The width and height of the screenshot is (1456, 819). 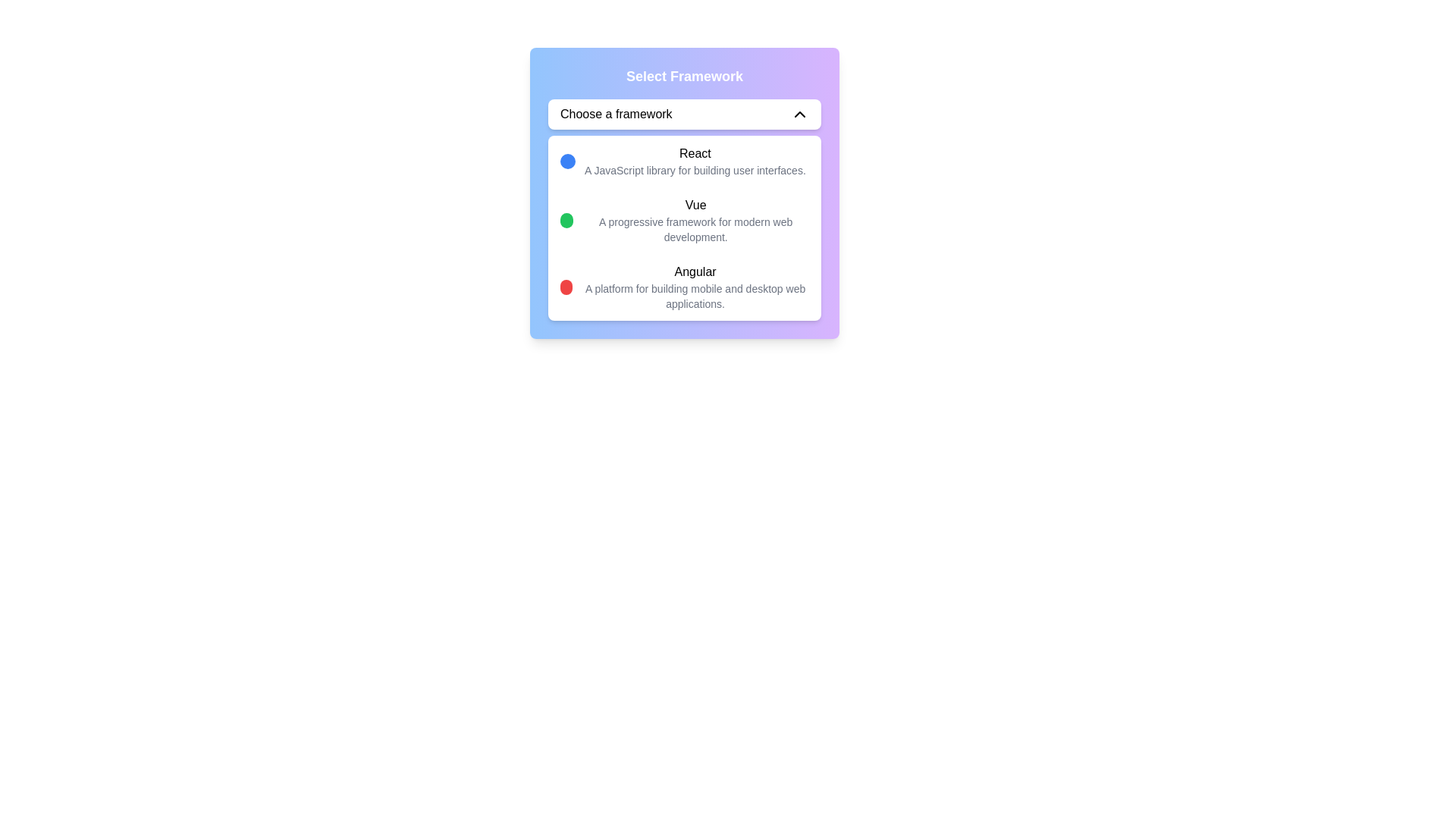 I want to click on to select the 'Angular' option from the dropdown menu, which is the third item listed after 'Vue' and 'React', featuring a circular red bullet point and bold title text 'Angular', so click(x=683, y=287).